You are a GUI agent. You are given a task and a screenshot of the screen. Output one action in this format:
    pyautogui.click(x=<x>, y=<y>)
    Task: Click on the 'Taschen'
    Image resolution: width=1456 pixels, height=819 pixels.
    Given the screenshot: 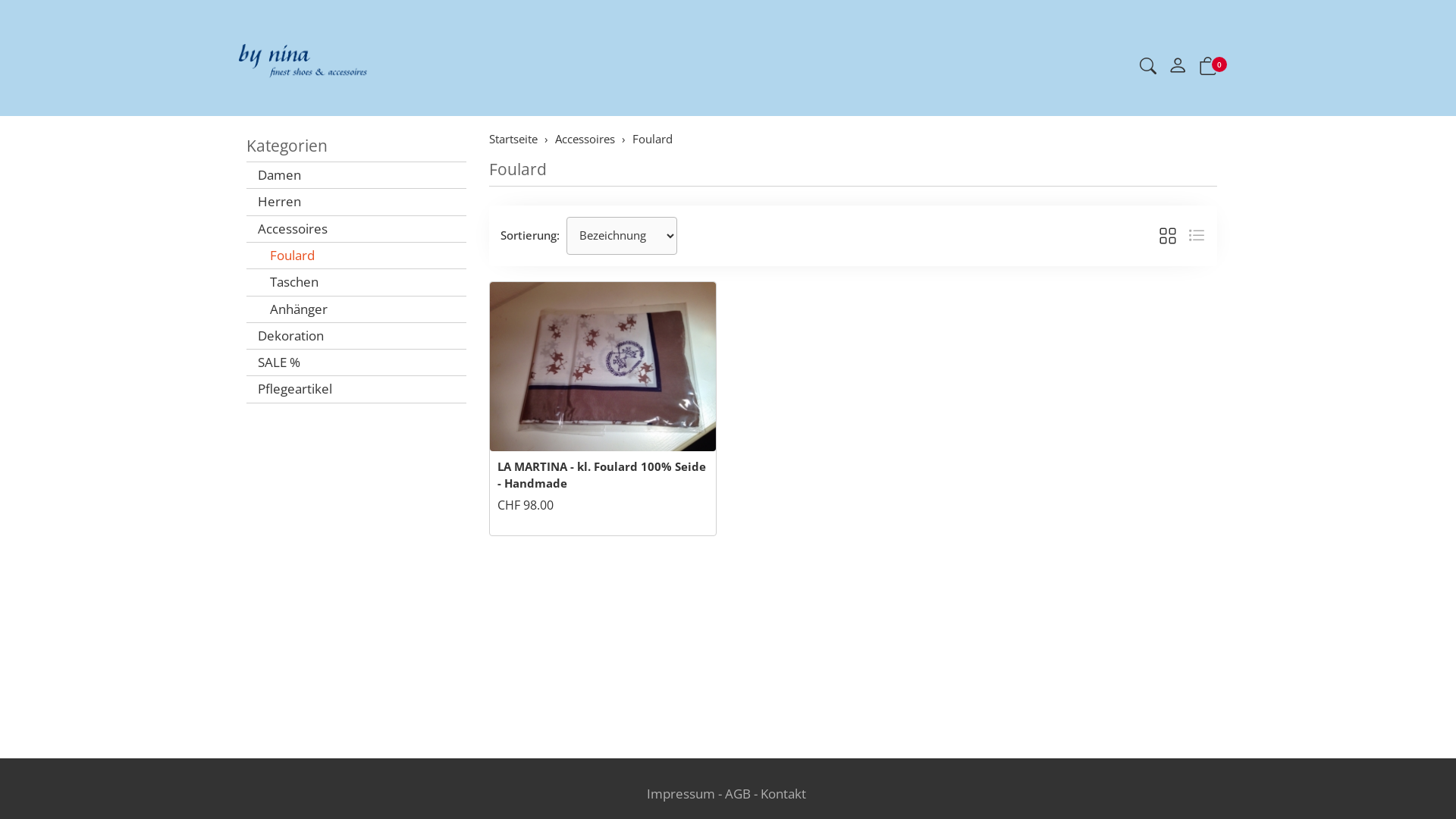 What is the action you would take?
    pyautogui.click(x=356, y=281)
    